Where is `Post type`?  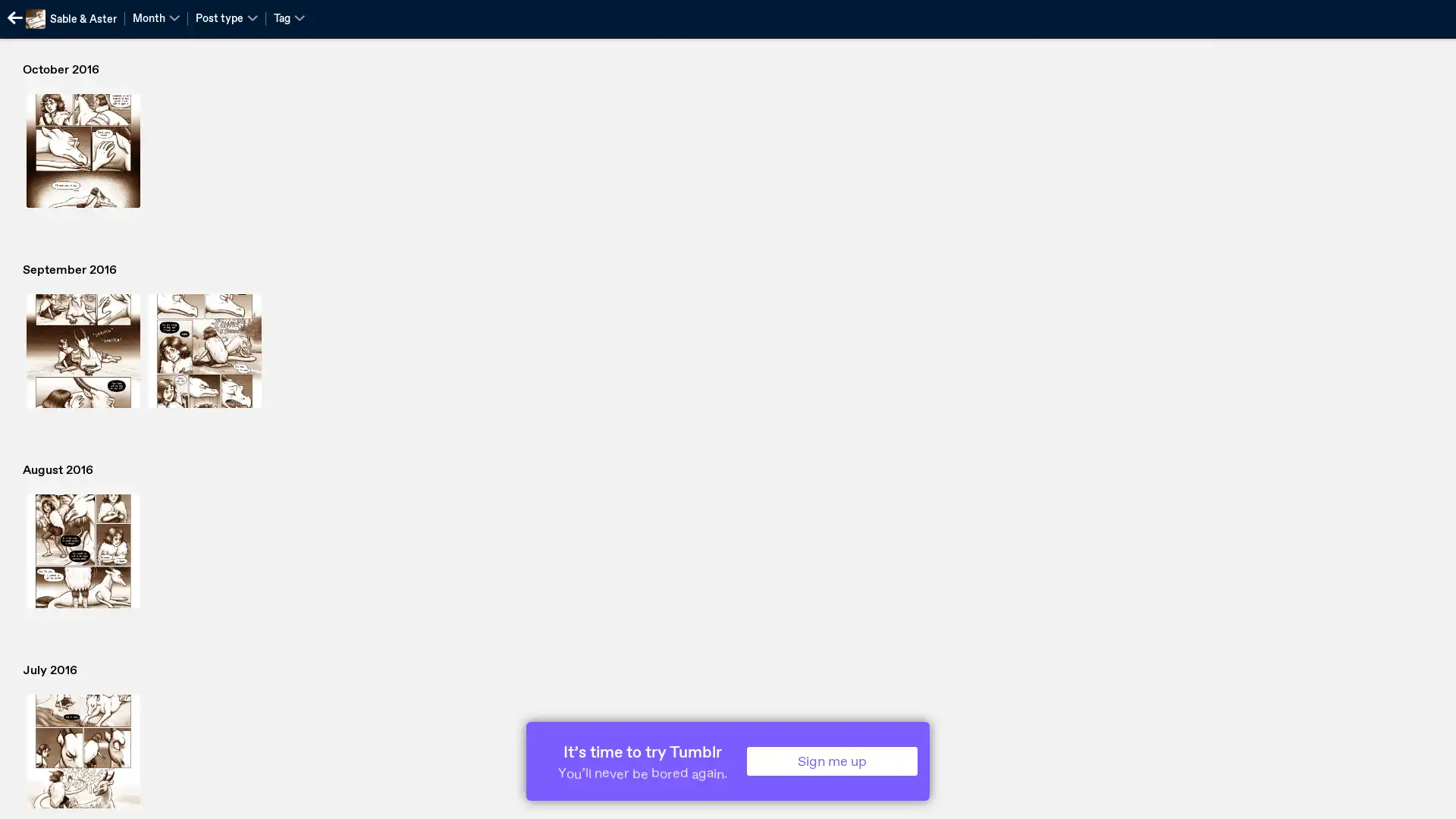
Post type is located at coordinates (225, 17).